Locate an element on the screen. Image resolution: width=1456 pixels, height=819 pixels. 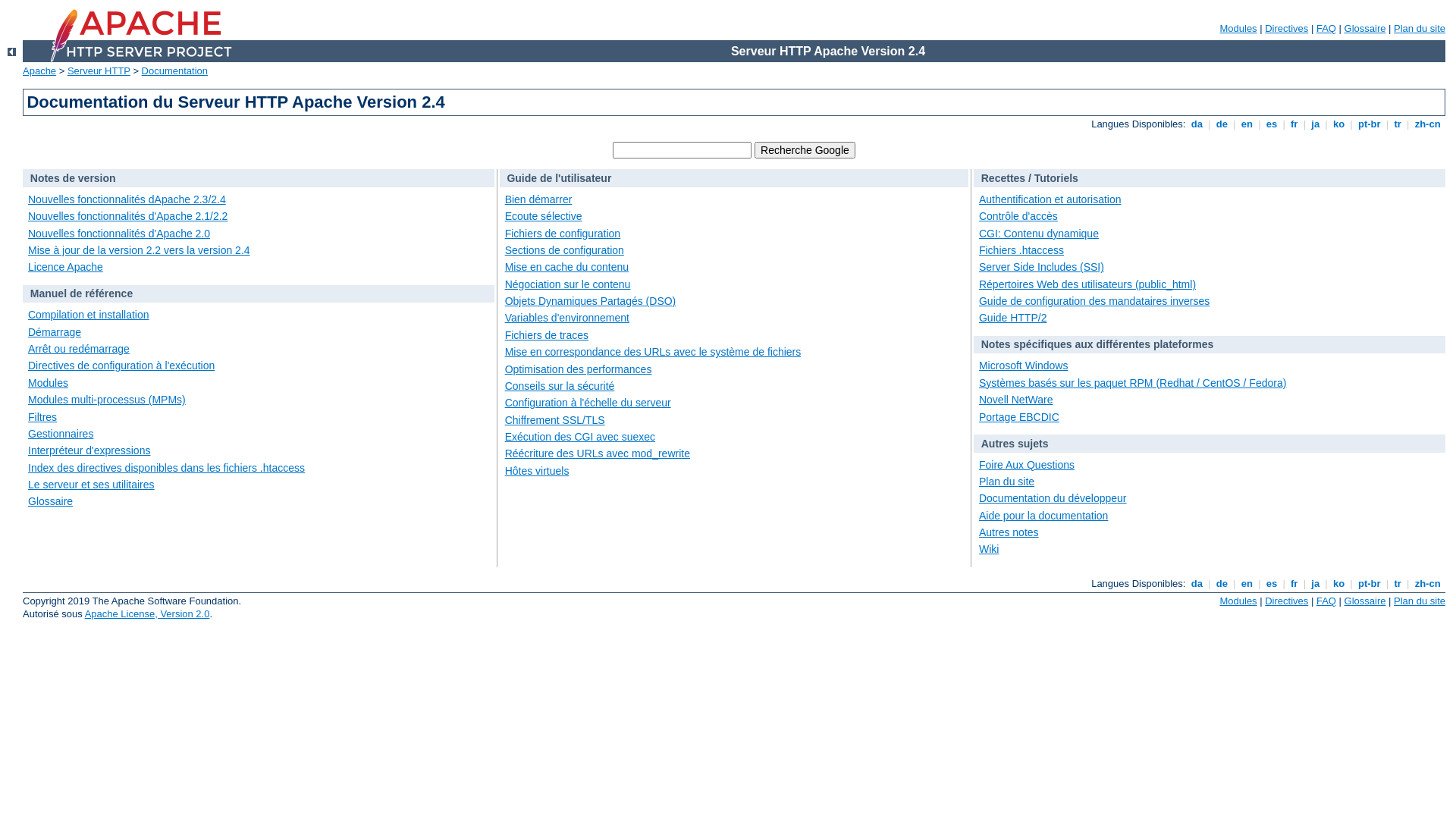
' pt-br ' is located at coordinates (1354, 123).